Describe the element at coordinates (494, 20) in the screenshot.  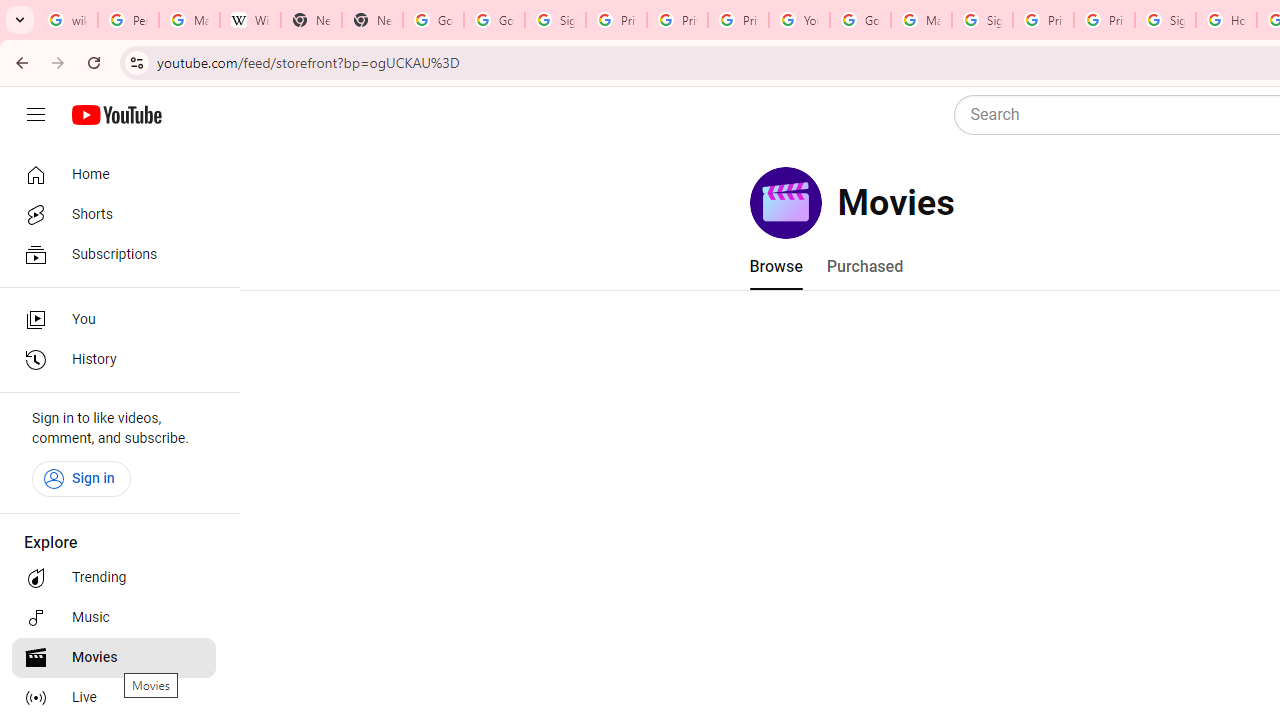
I see `'Google Drive: Sign-in'` at that location.